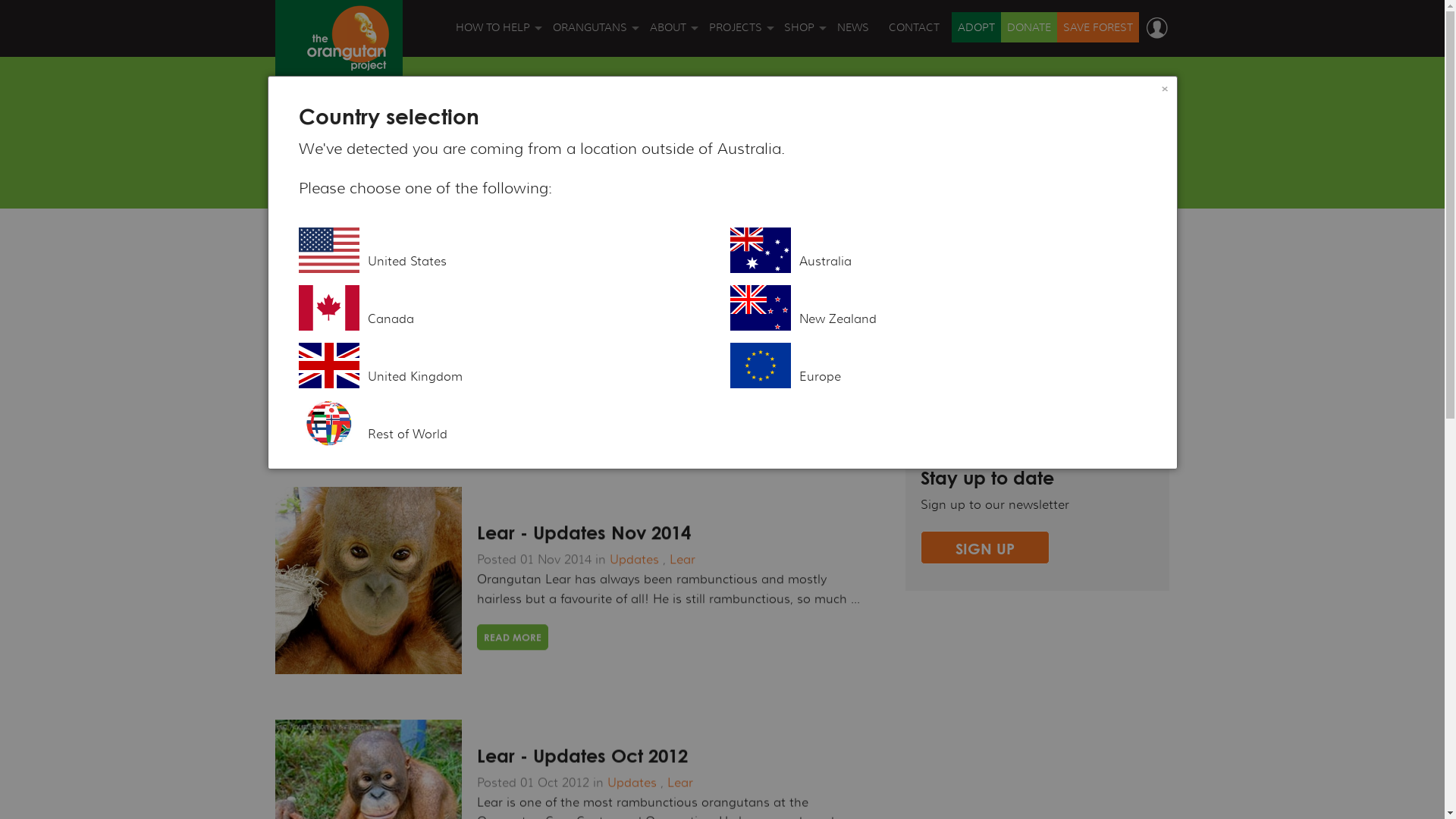  I want to click on 'Lear', so click(682, 560).